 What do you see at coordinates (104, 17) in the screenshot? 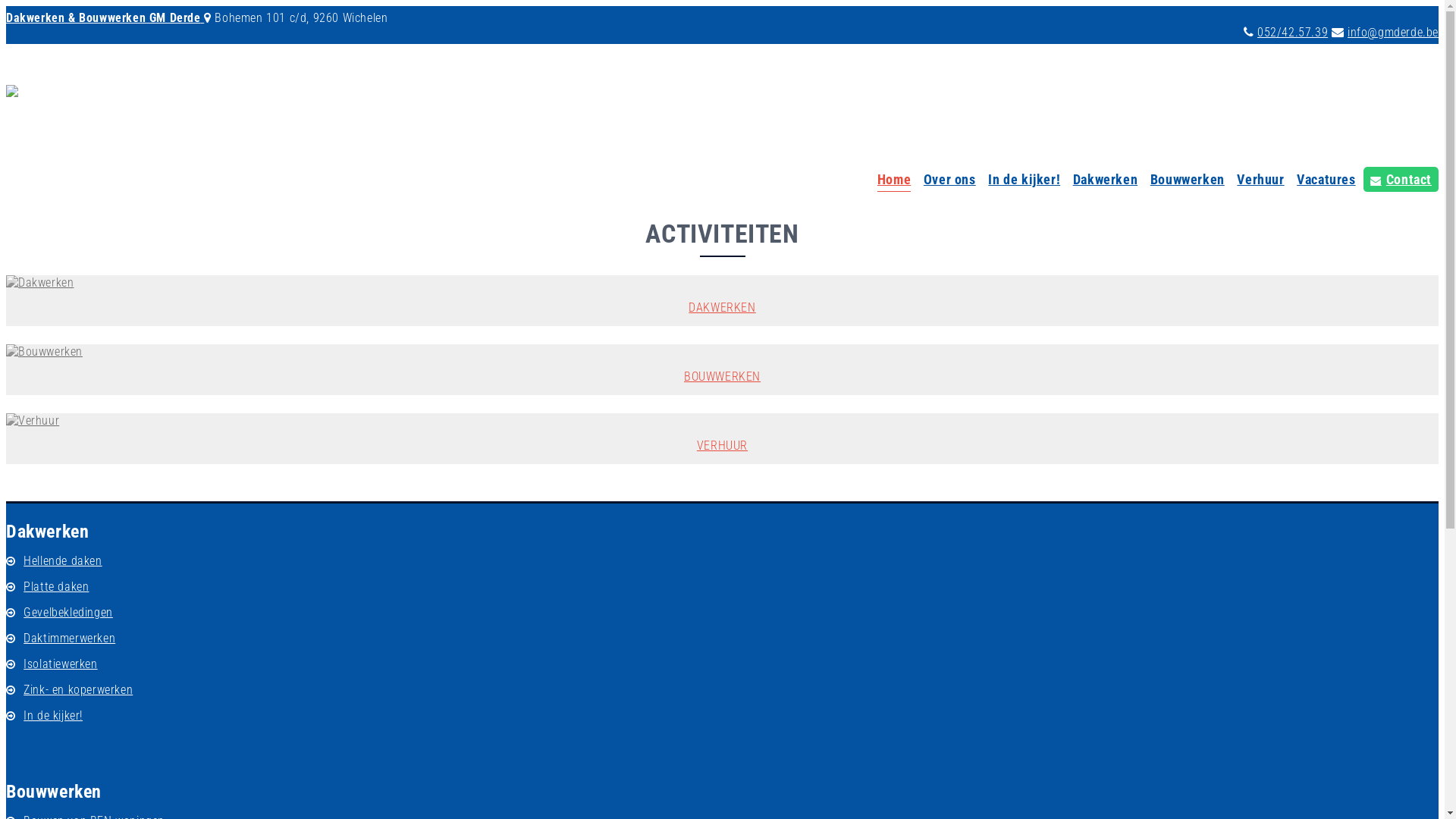
I see `'Dakwerken & Bouwwerken GM Derde'` at bounding box center [104, 17].